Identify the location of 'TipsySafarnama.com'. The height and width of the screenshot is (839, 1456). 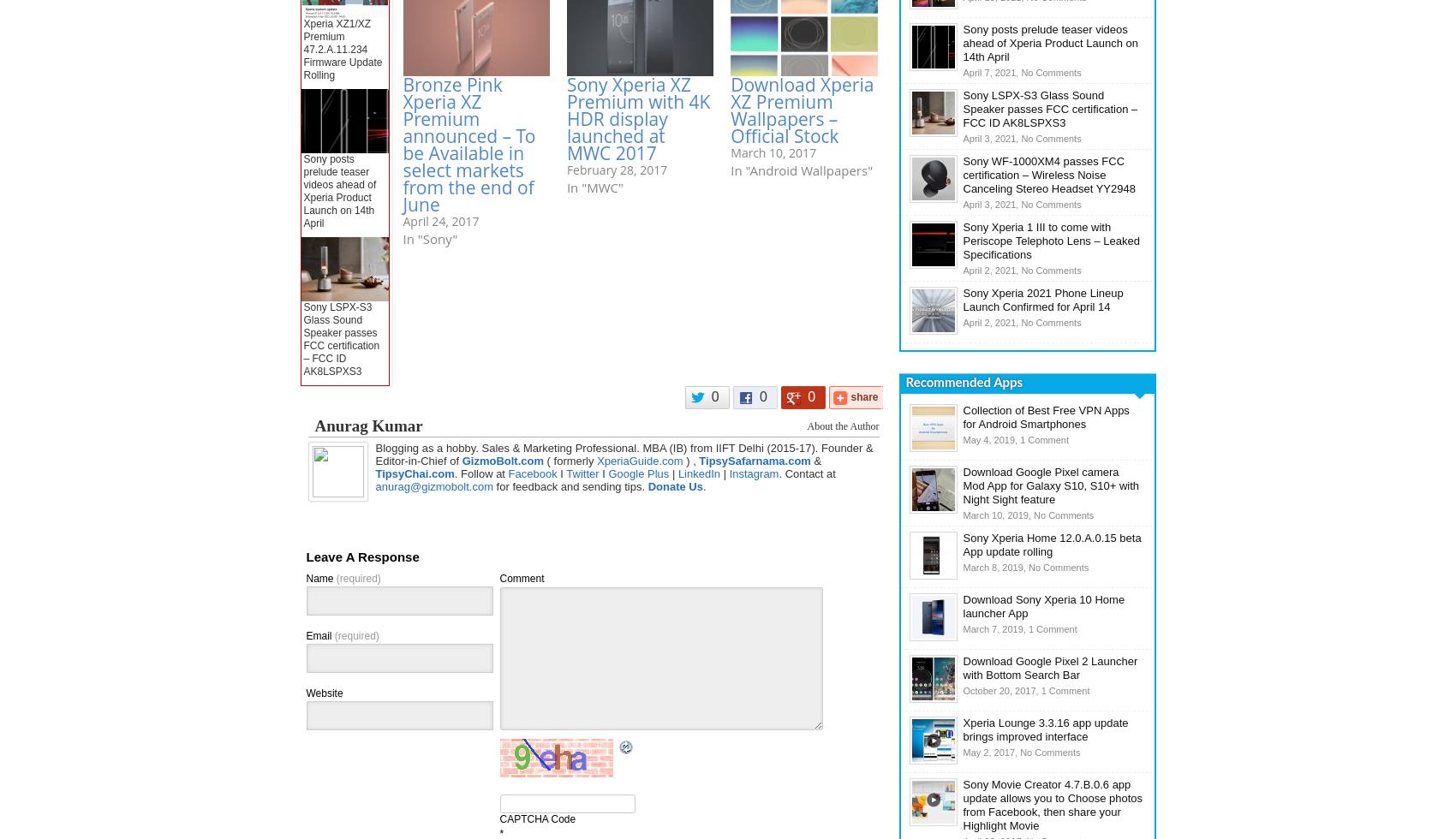
(754, 461).